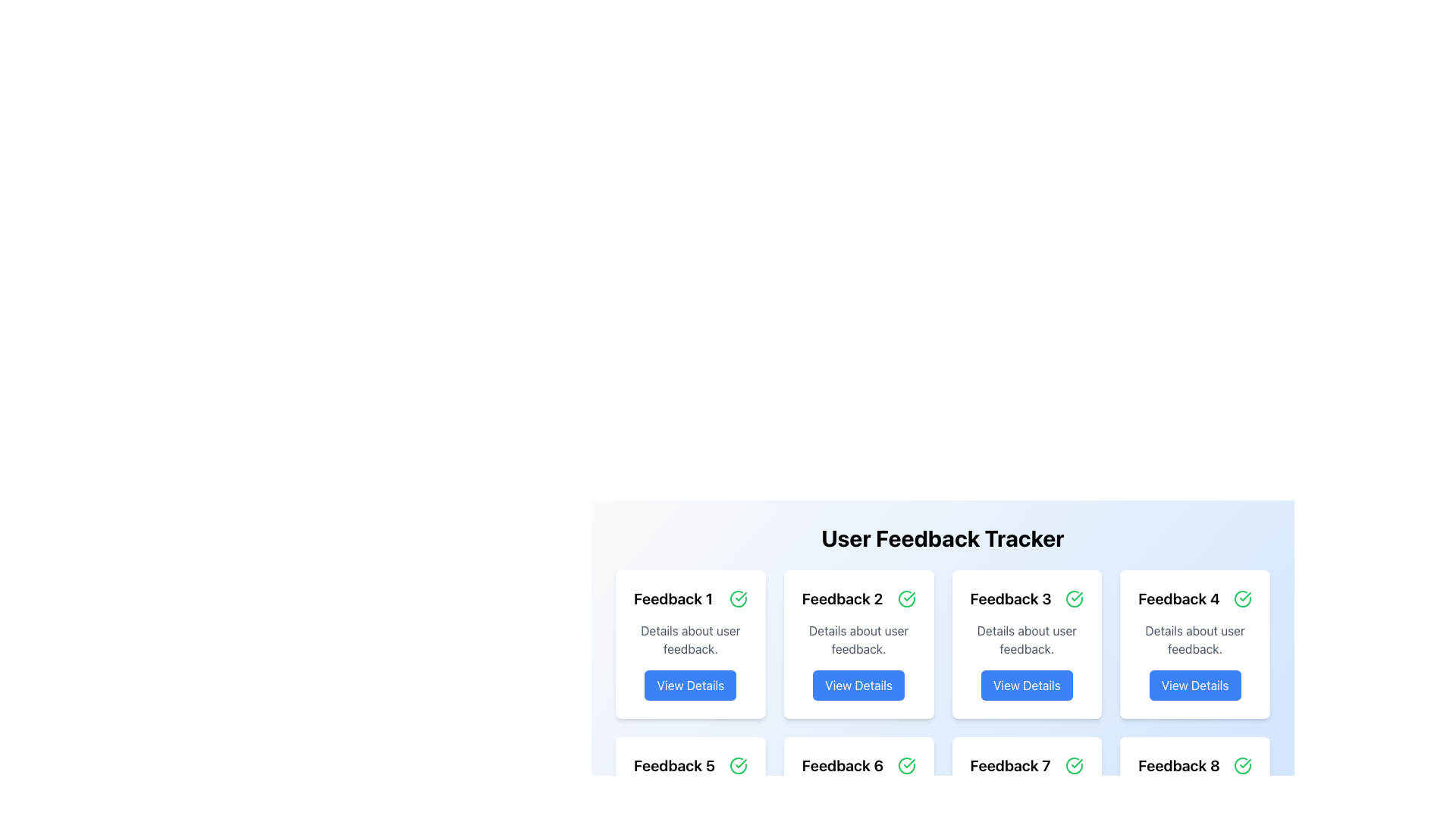 The width and height of the screenshot is (1456, 819). Describe the element at coordinates (906, 598) in the screenshot. I see `the status represented by the green checkmark icon located in the 'Feedback 2' section, positioned at the far right of the section` at that location.